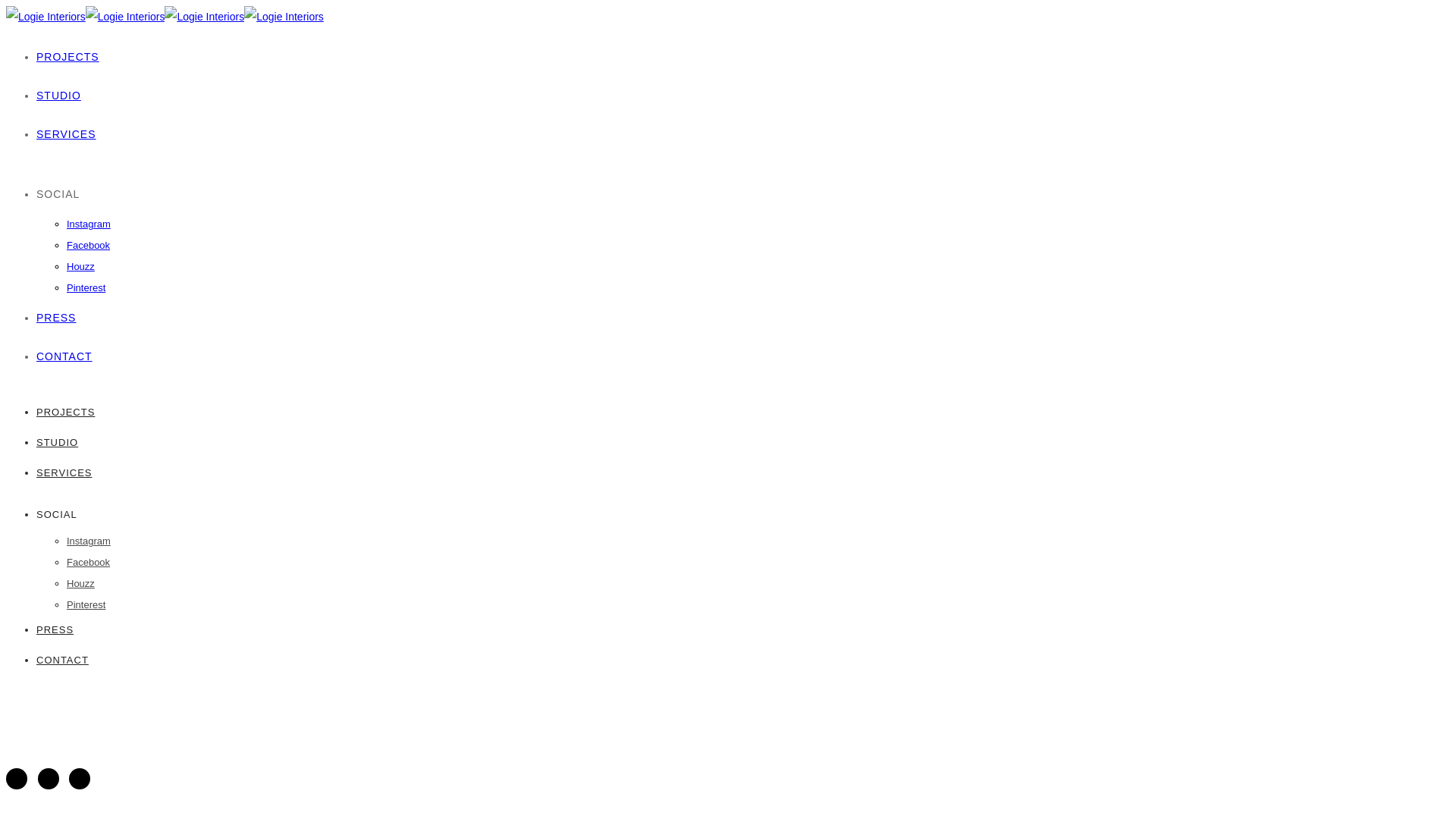  Describe the element at coordinates (65, 604) in the screenshot. I see `'Pinterest'` at that location.